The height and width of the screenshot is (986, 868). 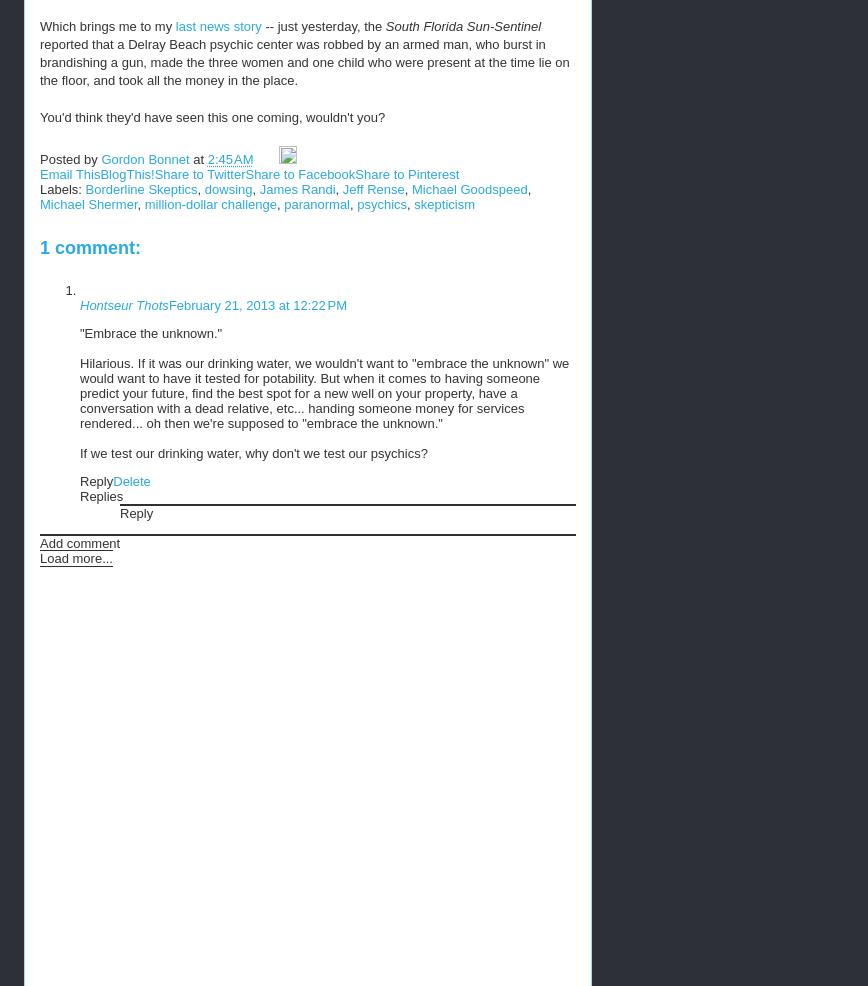 What do you see at coordinates (227, 188) in the screenshot?
I see `'dowsing'` at bounding box center [227, 188].